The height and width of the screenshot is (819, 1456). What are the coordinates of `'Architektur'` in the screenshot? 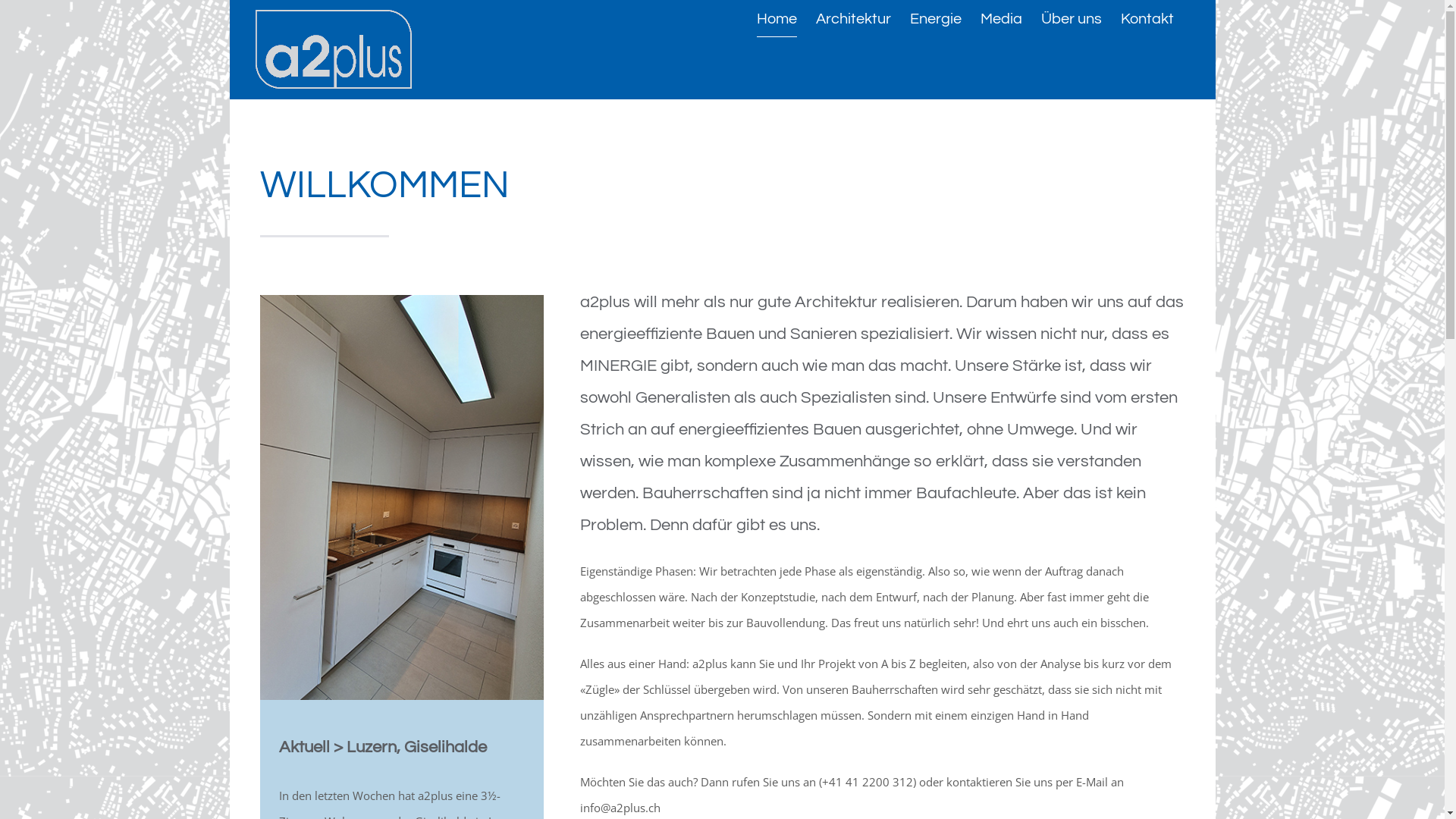 It's located at (814, 18).